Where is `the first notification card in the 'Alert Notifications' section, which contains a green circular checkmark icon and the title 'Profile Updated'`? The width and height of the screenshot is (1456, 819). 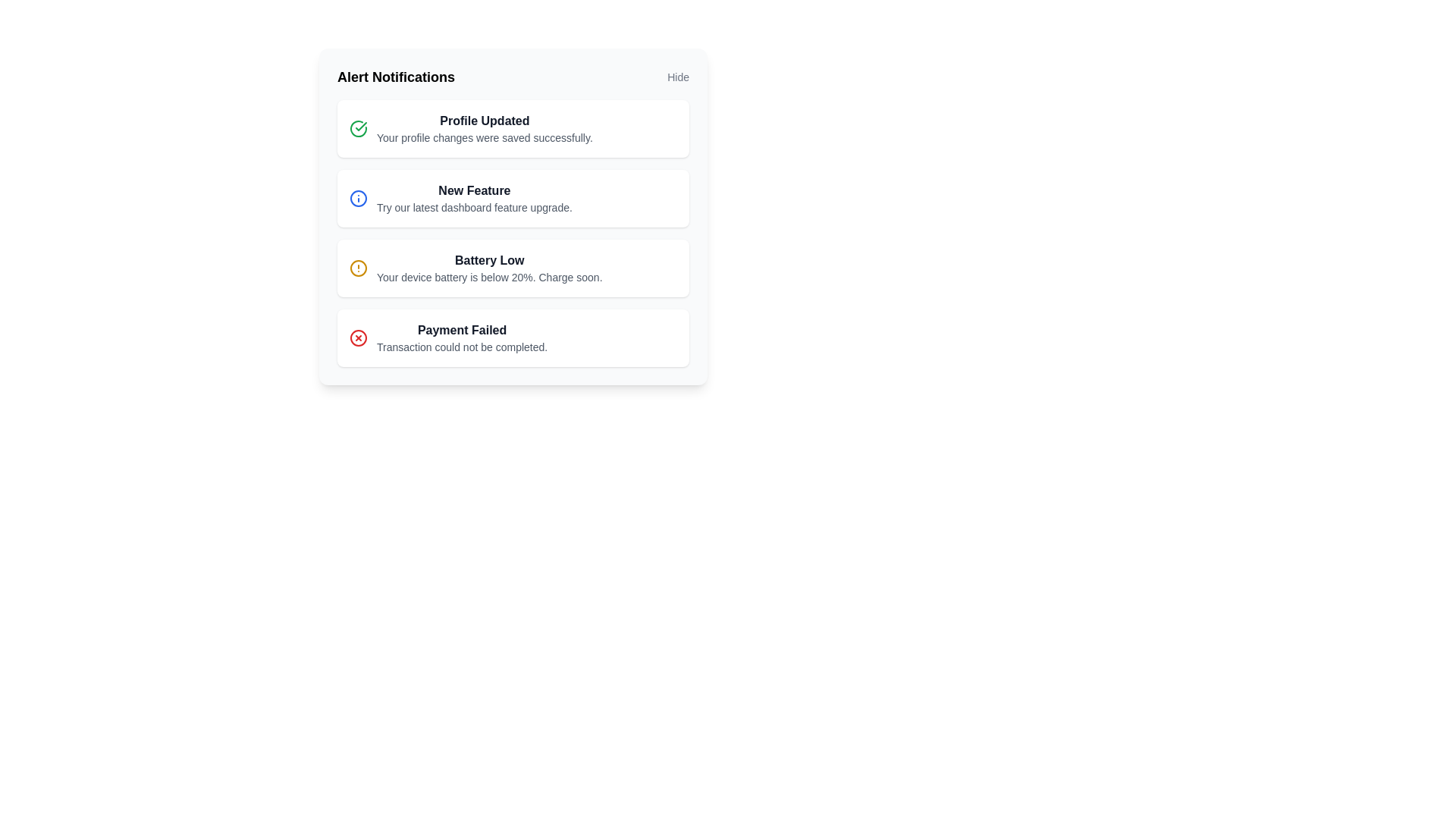 the first notification card in the 'Alert Notifications' section, which contains a green circular checkmark icon and the title 'Profile Updated' is located at coordinates (513, 127).